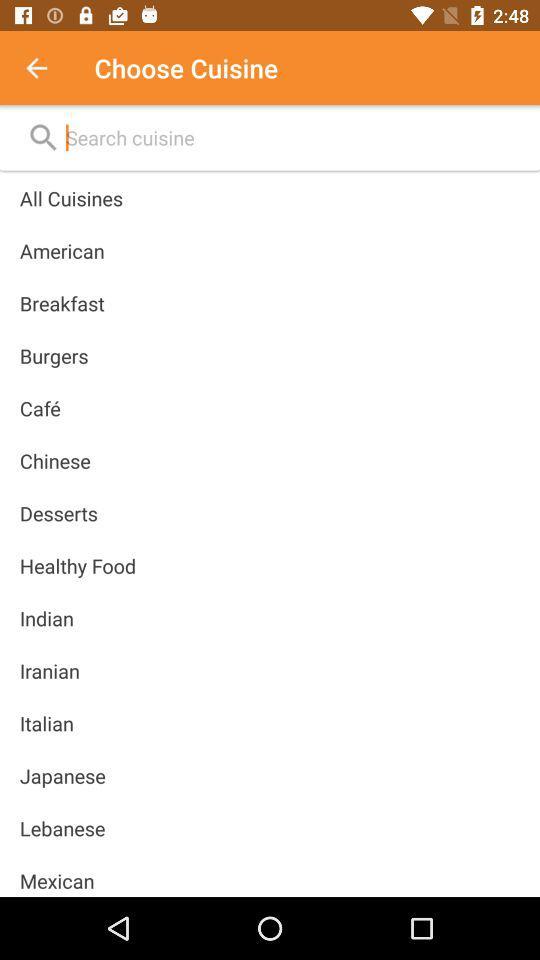  Describe the element at coordinates (62, 828) in the screenshot. I see `icon below japanese` at that location.